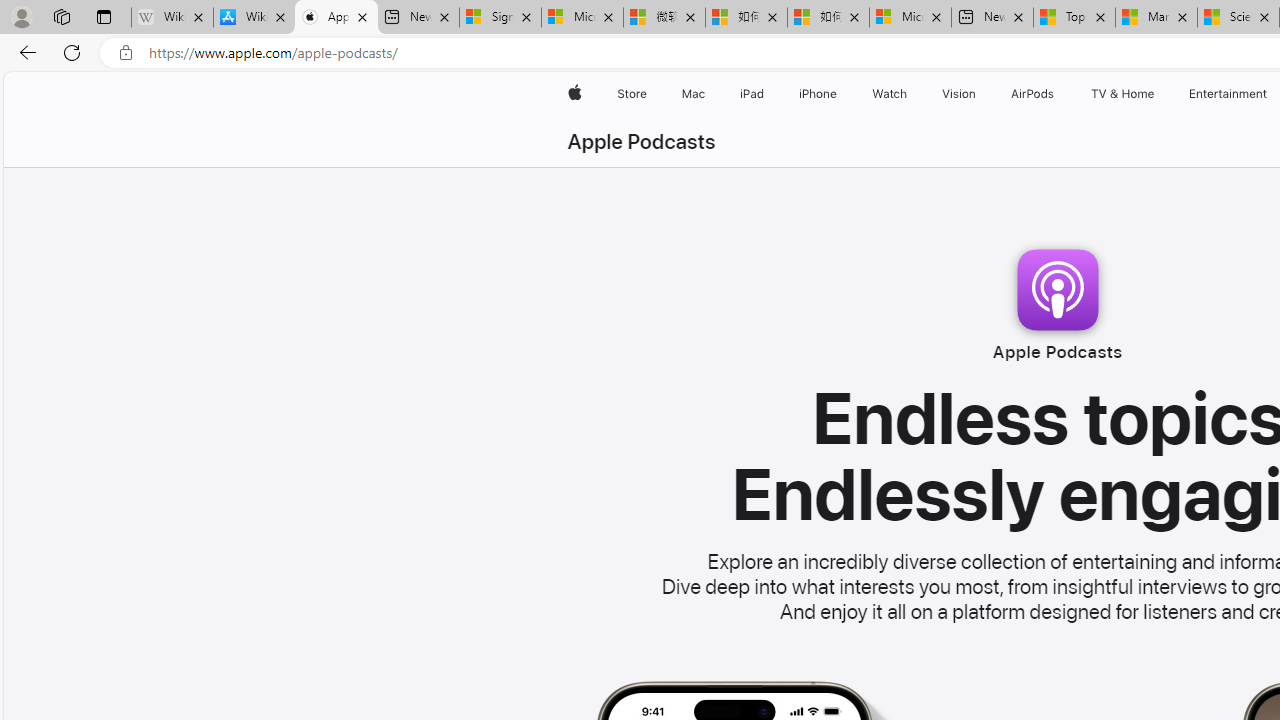 The image size is (1280, 720). What do you see at coordinates (573, 93) in the screenshot?
I see `'Apple'` at bounding box center [573, 93].